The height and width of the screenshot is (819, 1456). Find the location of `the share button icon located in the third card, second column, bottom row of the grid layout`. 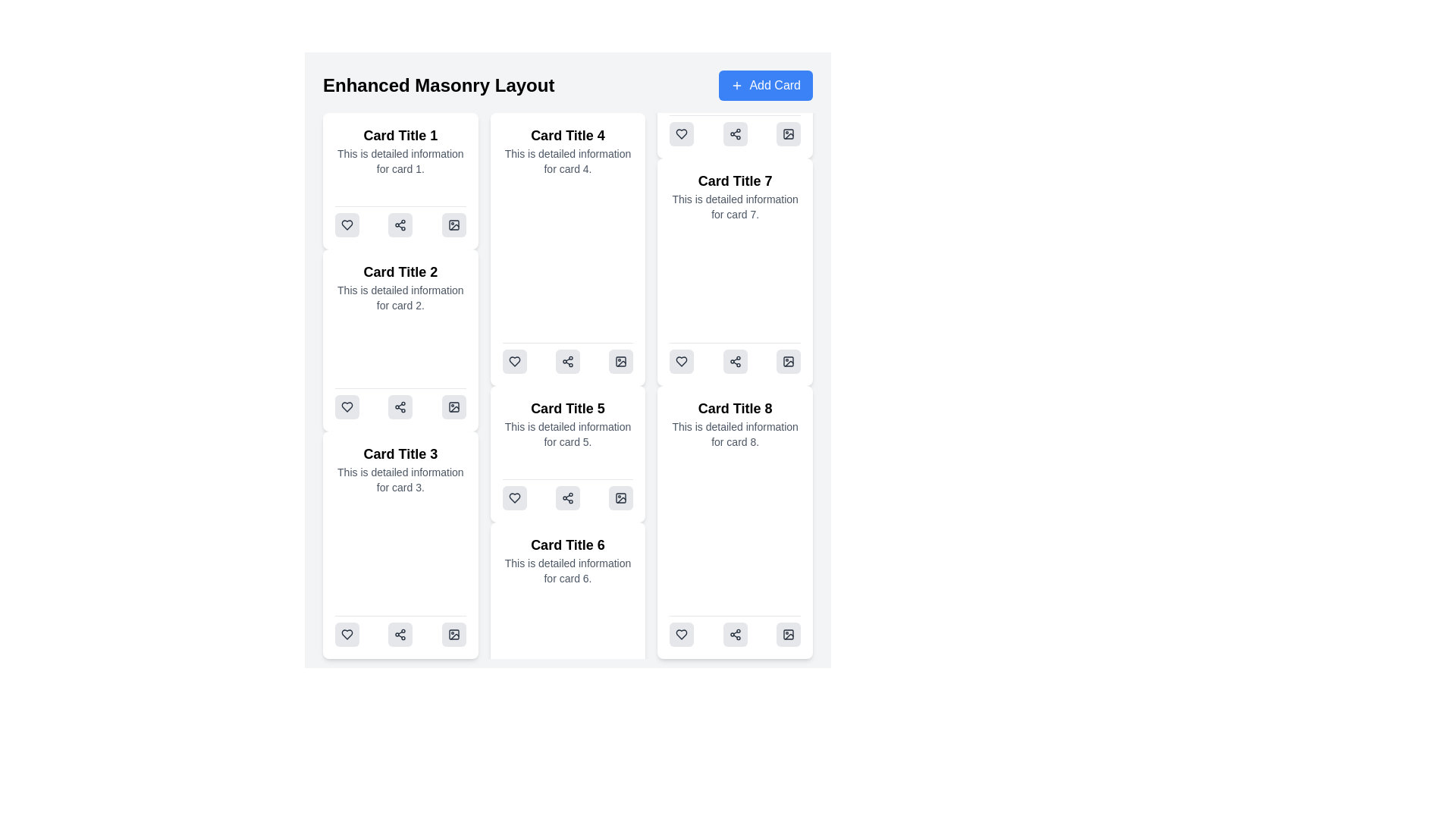

the share button icon located in the third card, second column, bottom row of the grid layout is located at coordinates (400, 406).